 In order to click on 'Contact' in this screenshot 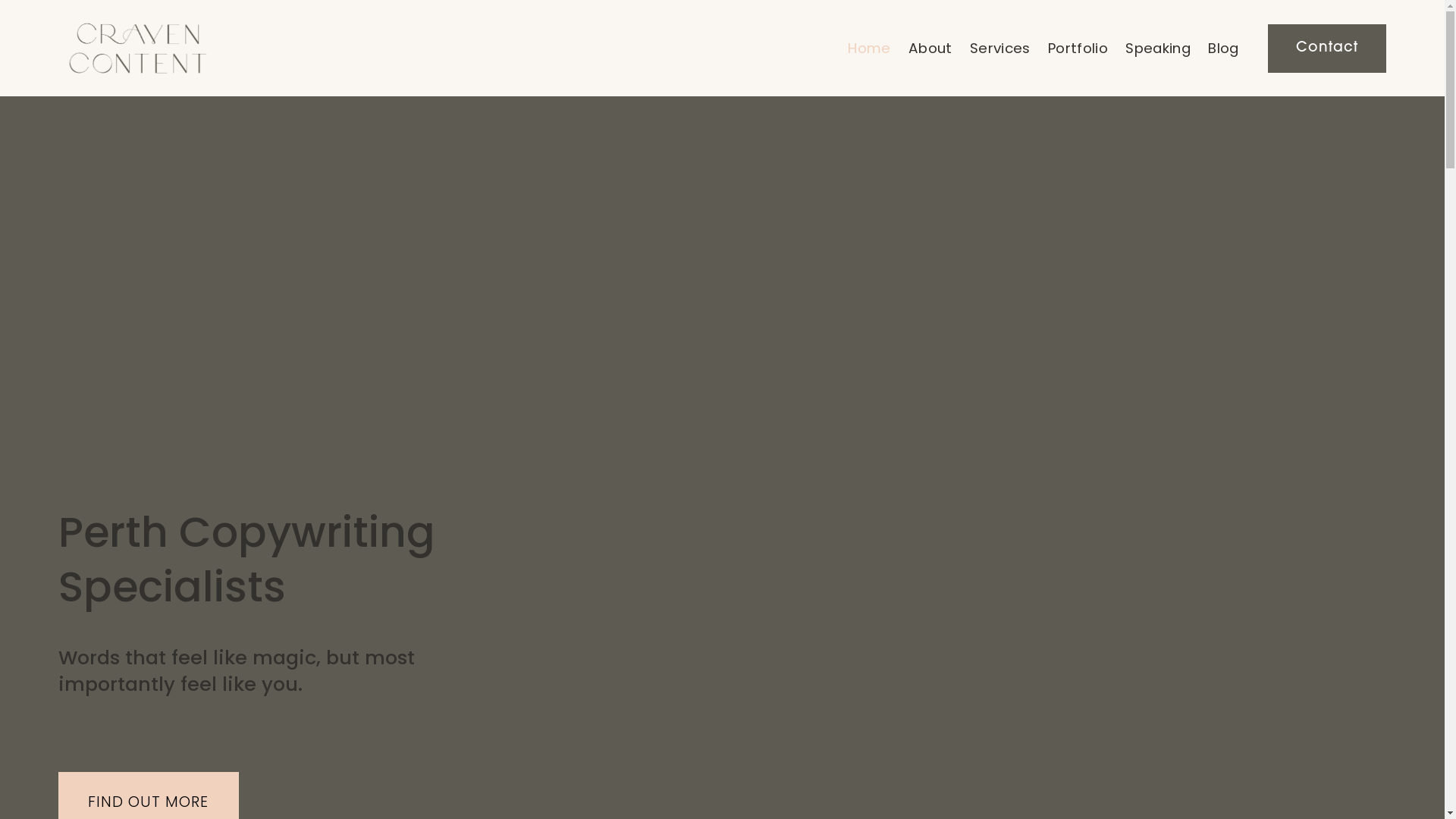, I will do `click(1326, 48)`.